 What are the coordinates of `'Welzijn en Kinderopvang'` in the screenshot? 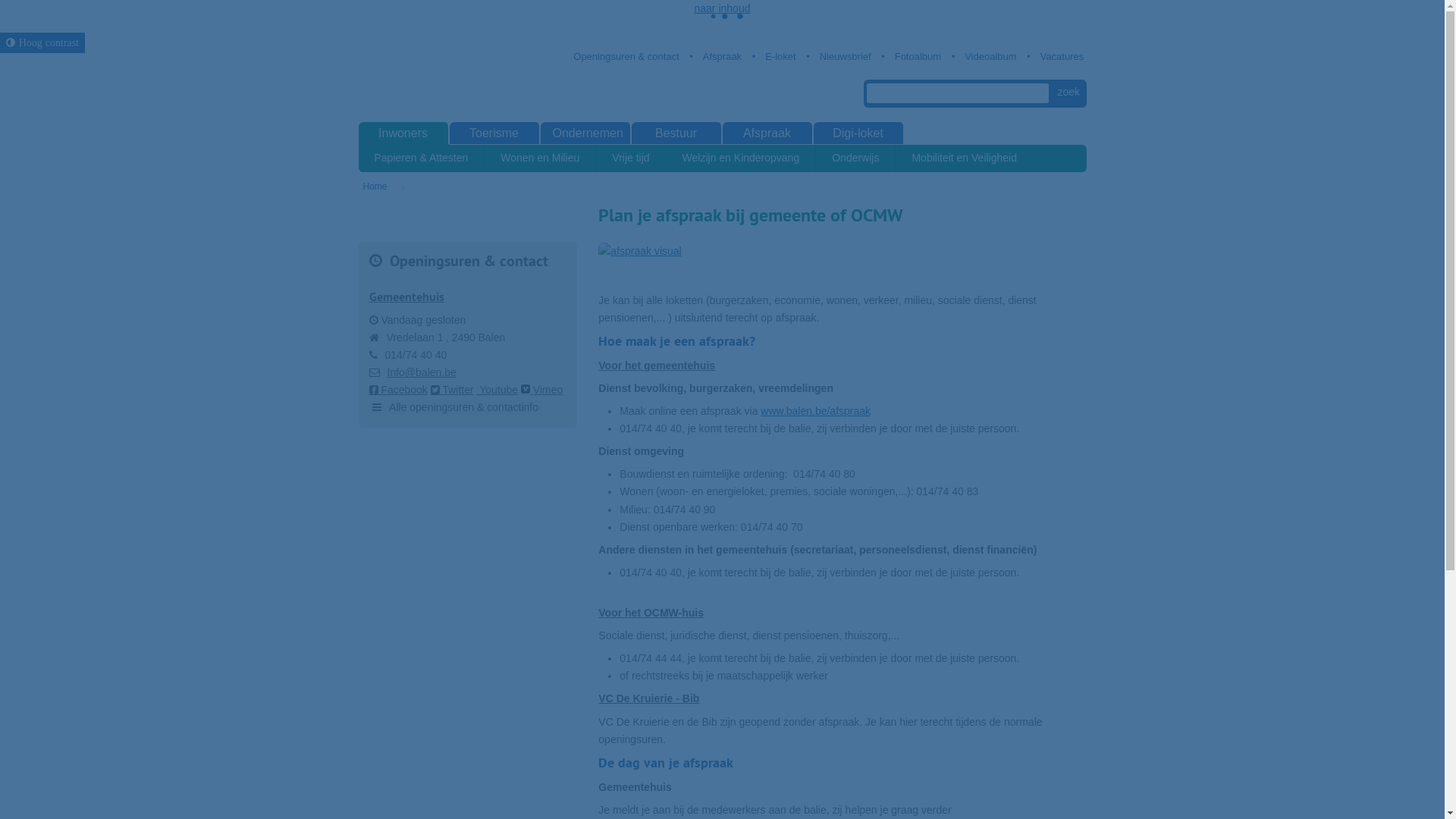 It's located at (742, 158).